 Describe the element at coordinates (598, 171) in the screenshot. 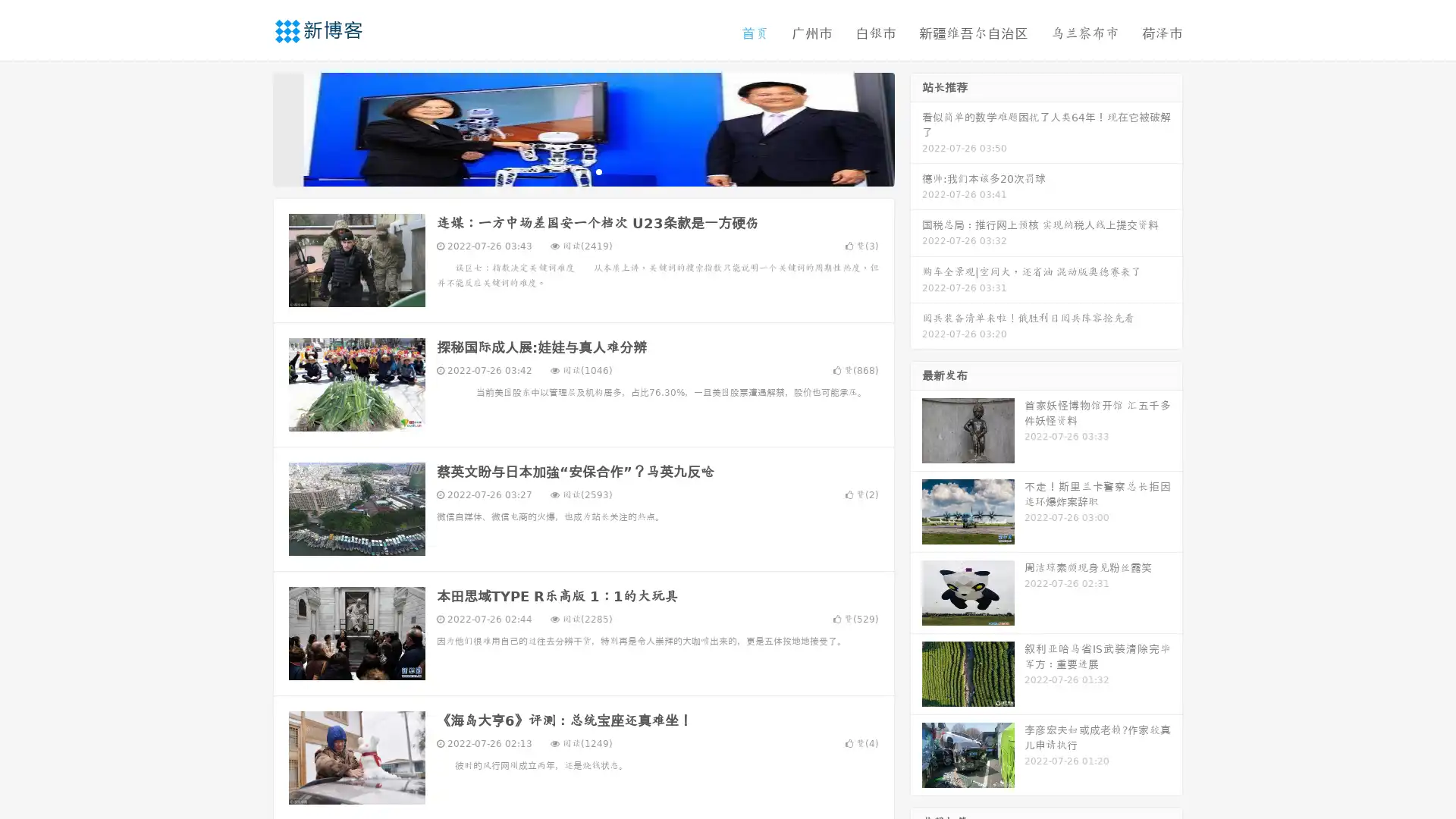

I see `Go to slide 3` at that location.